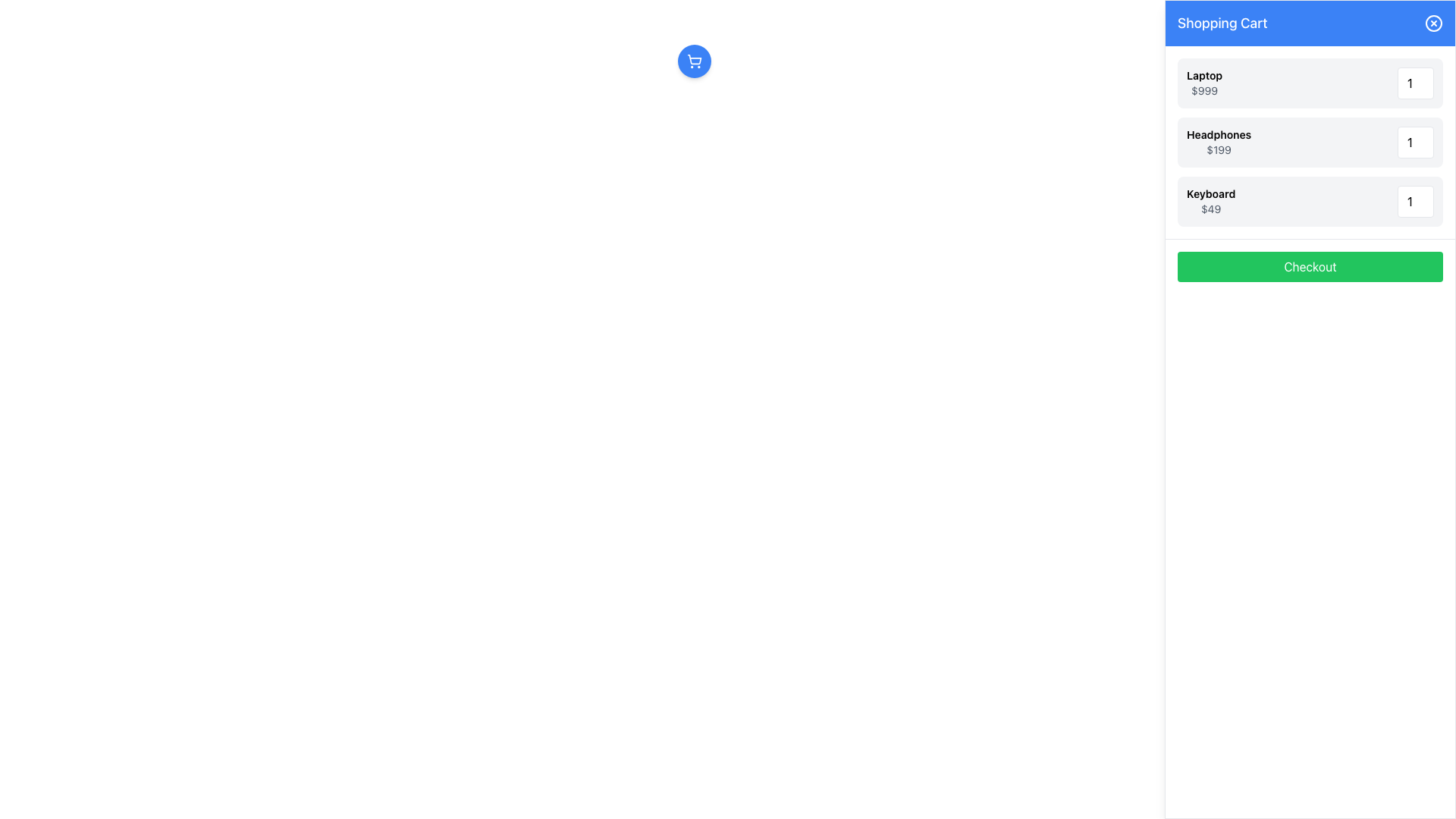  What do you see at coordinates (1210, 201) in the screenshot?
I see `the 'Keyboard' text display in the Shopping Cart section, which shows the price '$49' in a smaller, light gray font, located in a rounded rectangle card` at bounding box center [1210, 201].